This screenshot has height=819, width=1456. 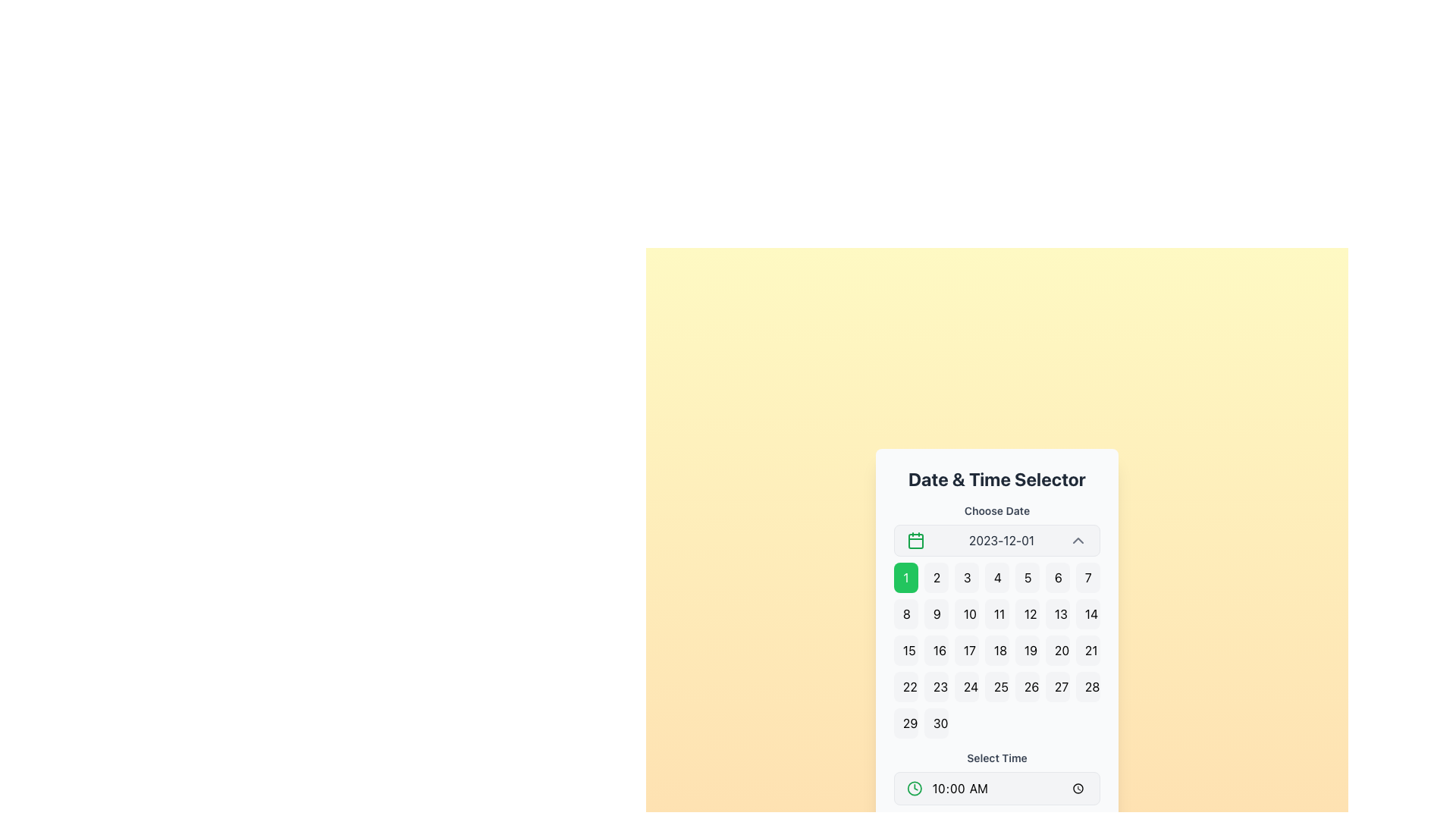 What do you see at coordinates (997, 614) in the screenshot?
I see `the button displaying the number '11' in bold black text with rounded corners and a light gray background` at bounding box center [997, 614].